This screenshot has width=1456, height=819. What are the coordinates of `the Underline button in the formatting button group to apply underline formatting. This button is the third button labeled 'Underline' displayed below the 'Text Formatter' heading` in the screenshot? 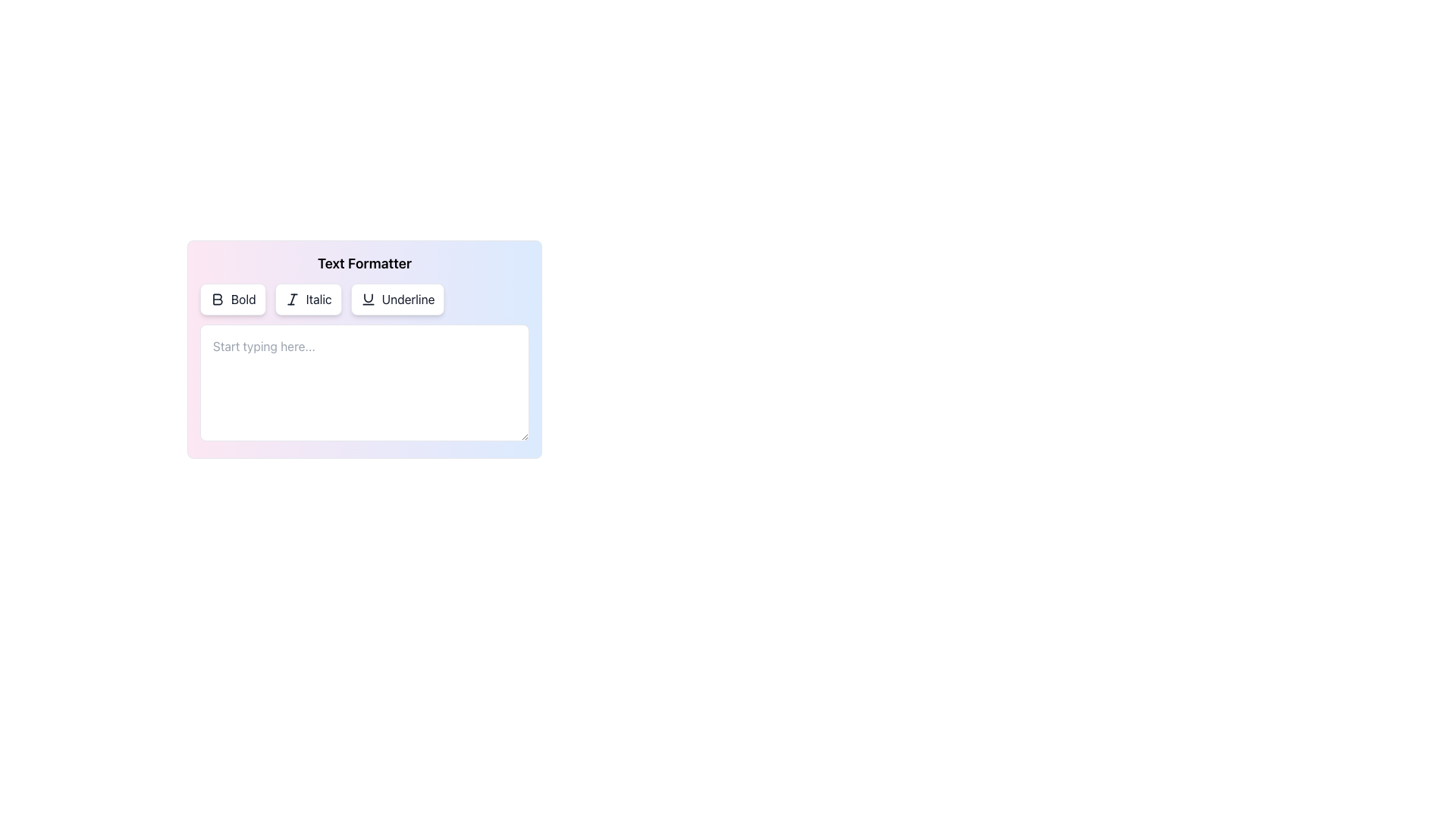 It's located at (364, 299).